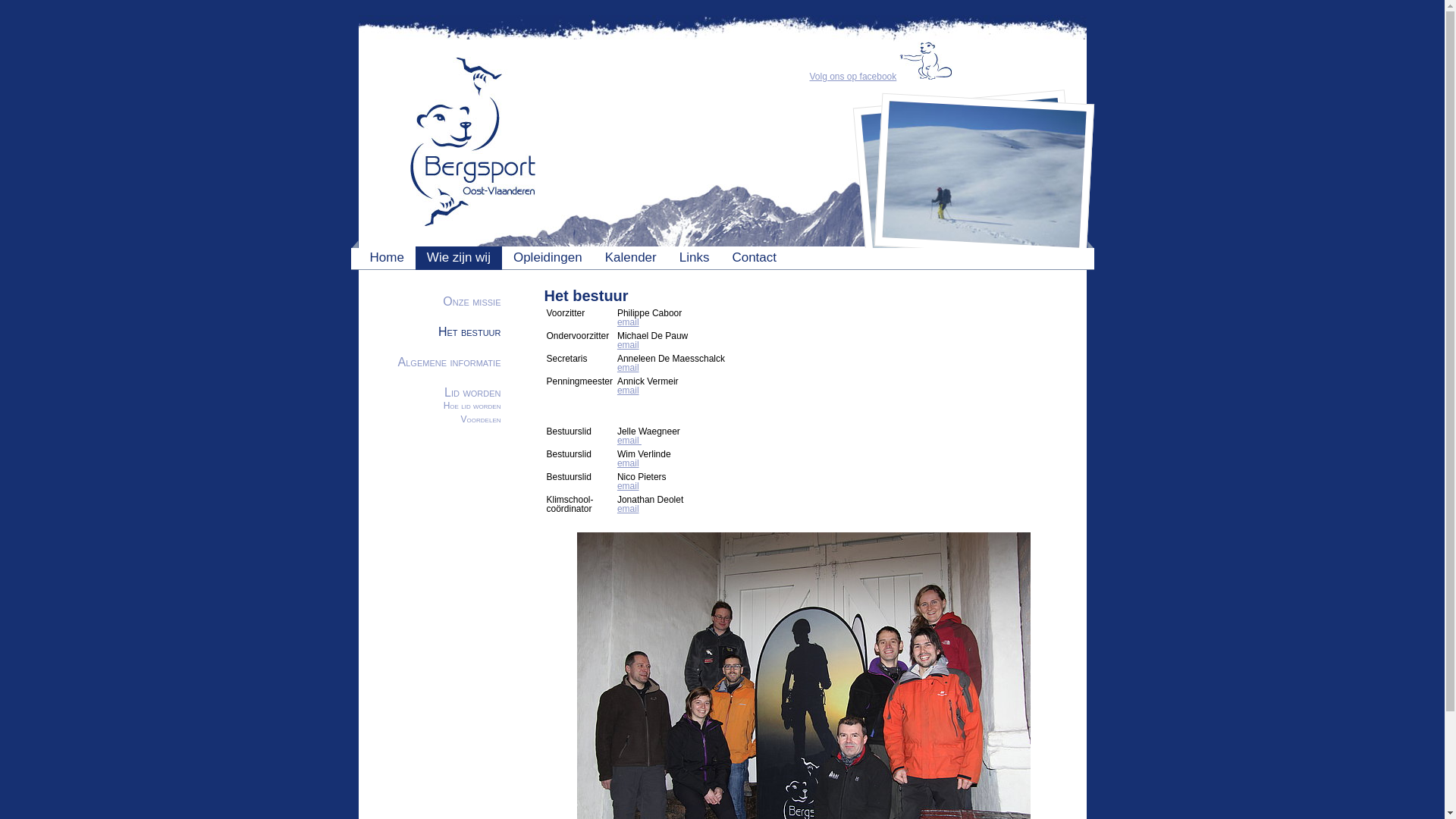  I want to click on 'Het bestuur', so click(469, 331).